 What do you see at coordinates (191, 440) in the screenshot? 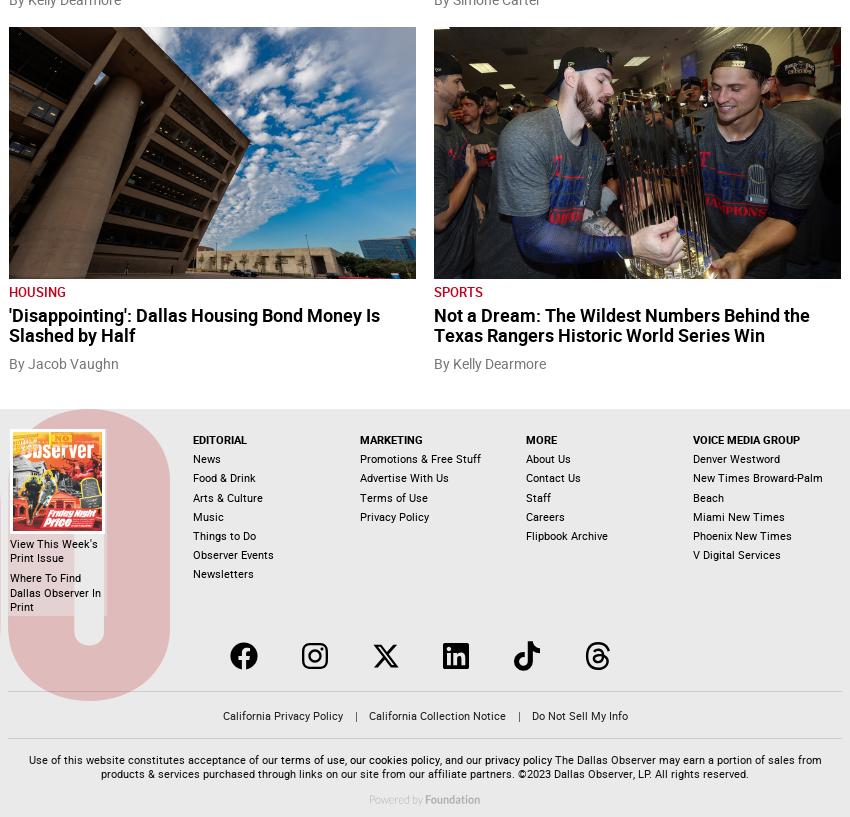
I see `'Editorial'` at bounding box center [191, 440].